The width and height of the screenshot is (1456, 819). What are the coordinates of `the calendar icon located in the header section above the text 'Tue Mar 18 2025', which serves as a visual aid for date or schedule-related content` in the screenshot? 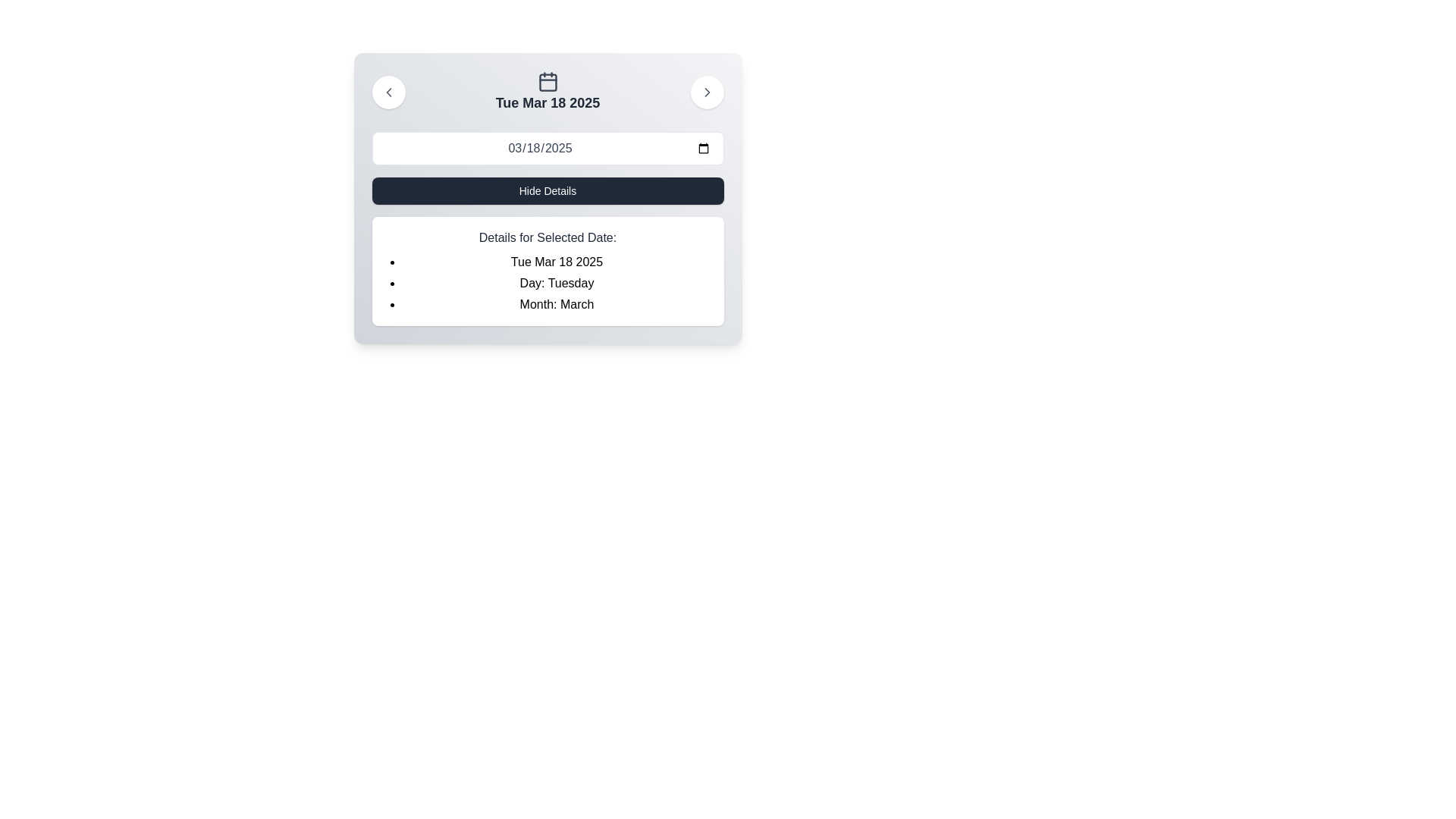 It's located at (547, 82).